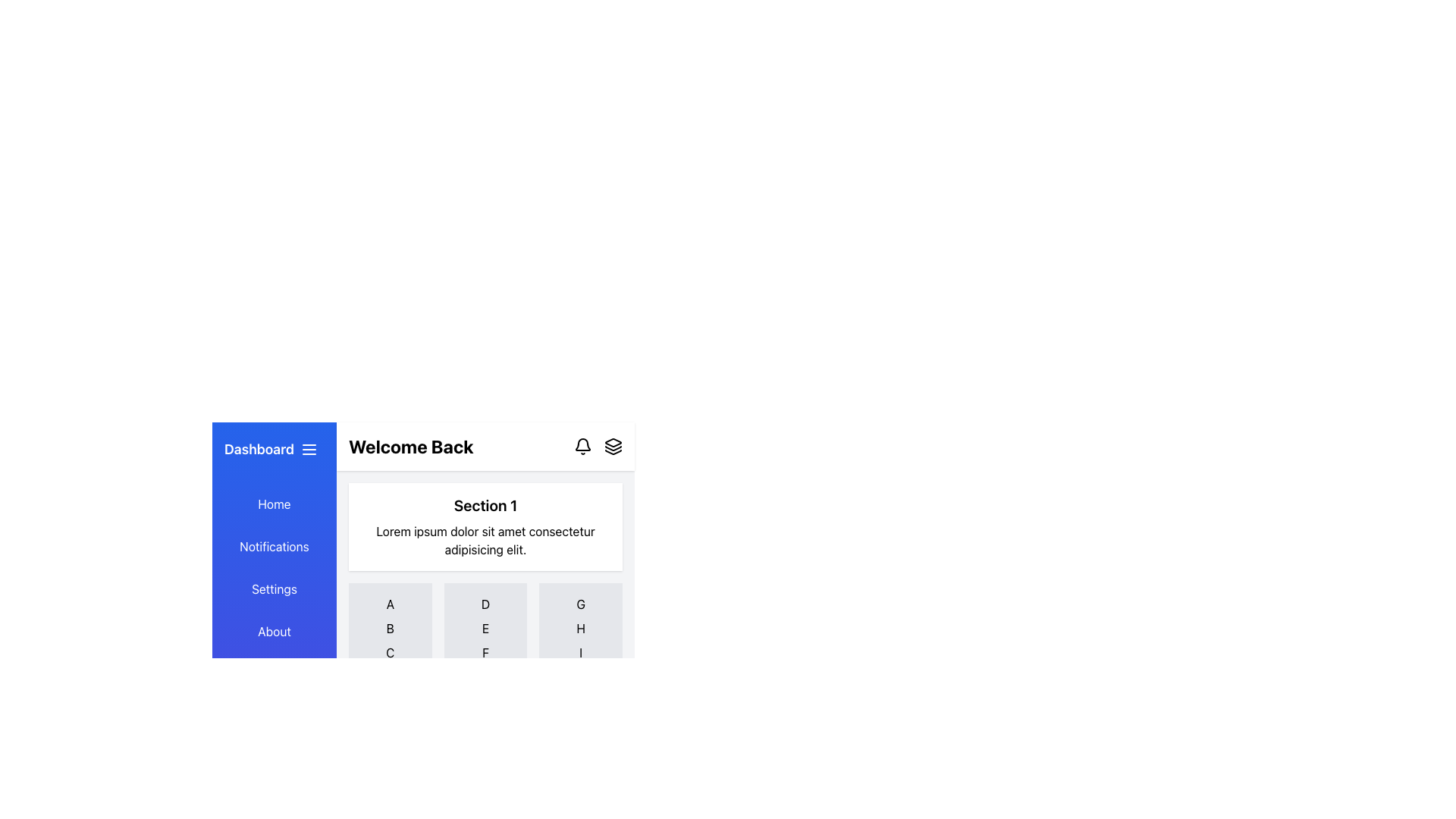 Image resolution: width=1456 pixels, height=819 pixels. I want to click on the text label displaying 'Dashboard' in bold on a blue background, located in the top-left section of the interface, so click(259, 449).